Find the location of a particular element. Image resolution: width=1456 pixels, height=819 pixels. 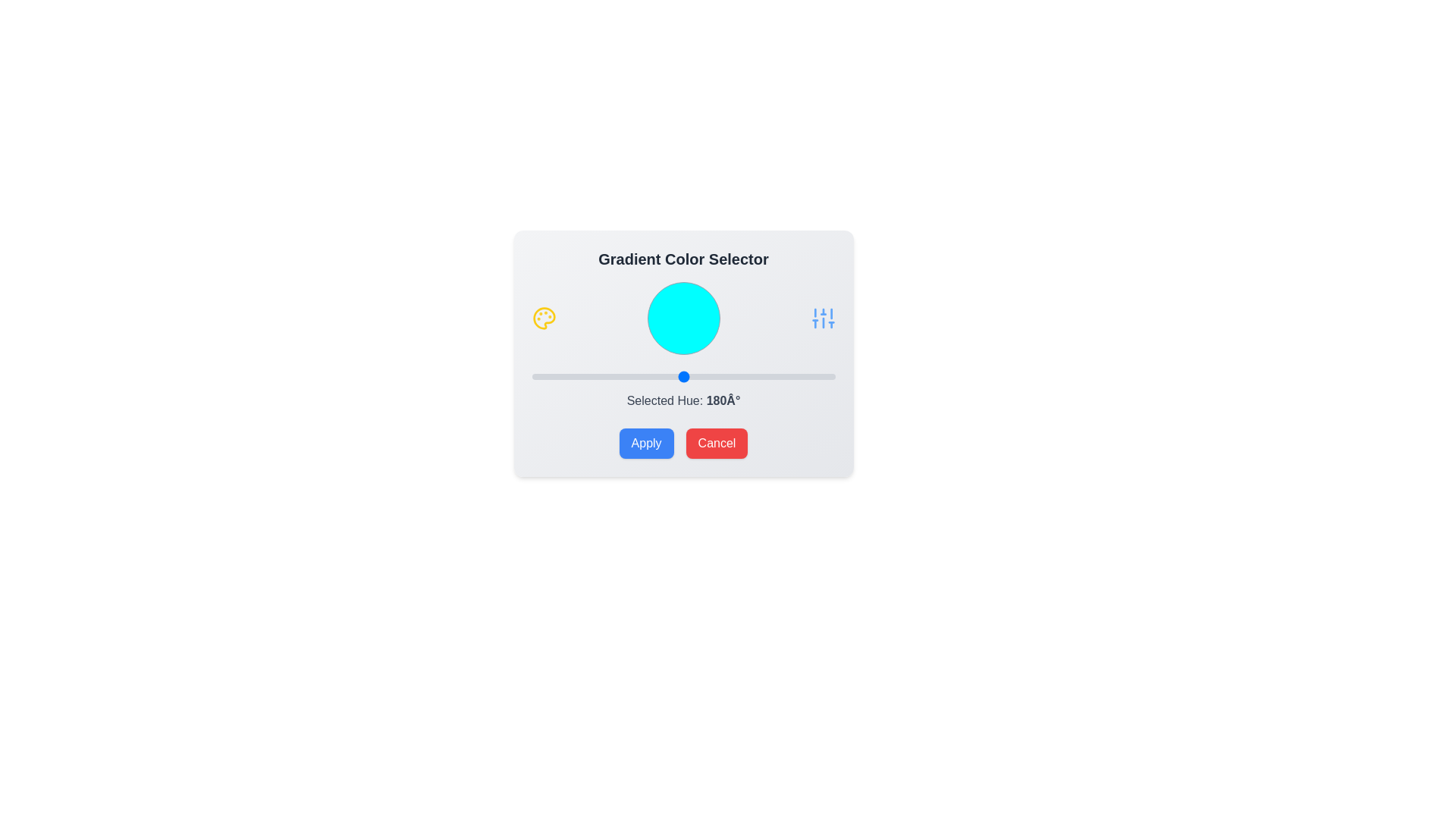

'Cancel' button is located at coordinates (716, 444).